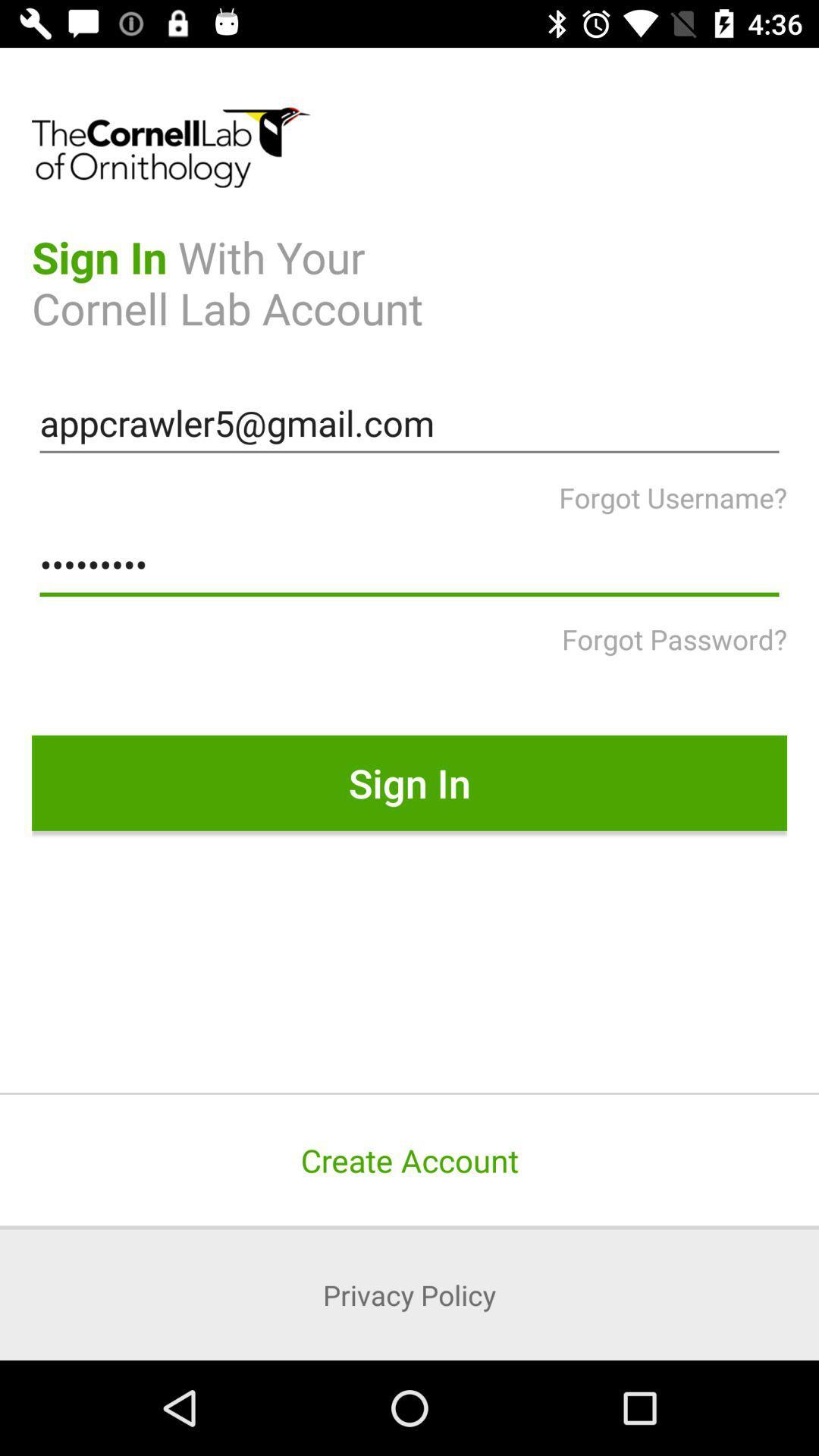 The height and width of the screenshot is (1456, 819). Describe the element at coordinates (409, 423) in the screenshot. I see `the icon below the sign in with` at that location.